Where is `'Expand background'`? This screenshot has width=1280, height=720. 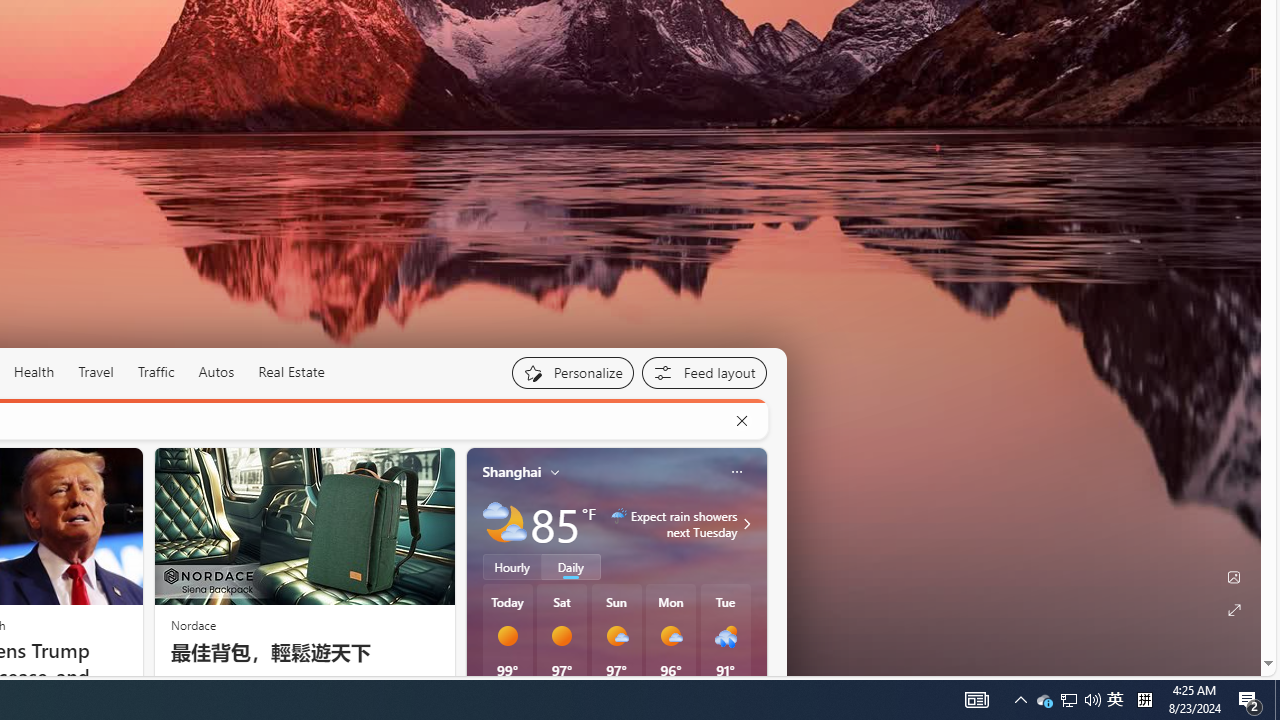
'Expand background' is located at coordinates (1232, 609).